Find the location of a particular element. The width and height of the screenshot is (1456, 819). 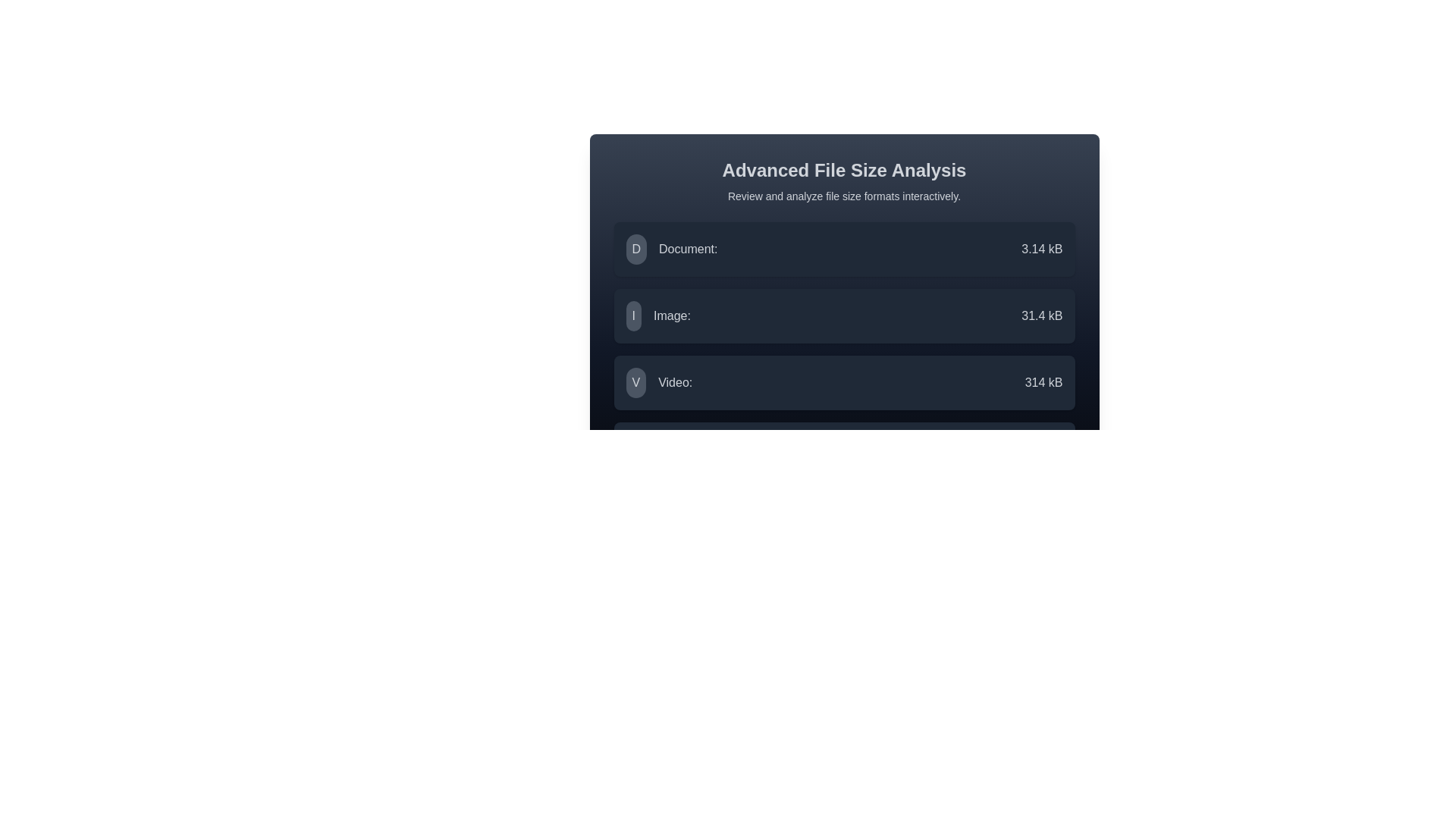

the informational list item that represents a file type and its size, located as the second element in a vertical list between 'Document: 3.14 kB' and 'Video: 314 kB' is located at coordinates (843, 315).